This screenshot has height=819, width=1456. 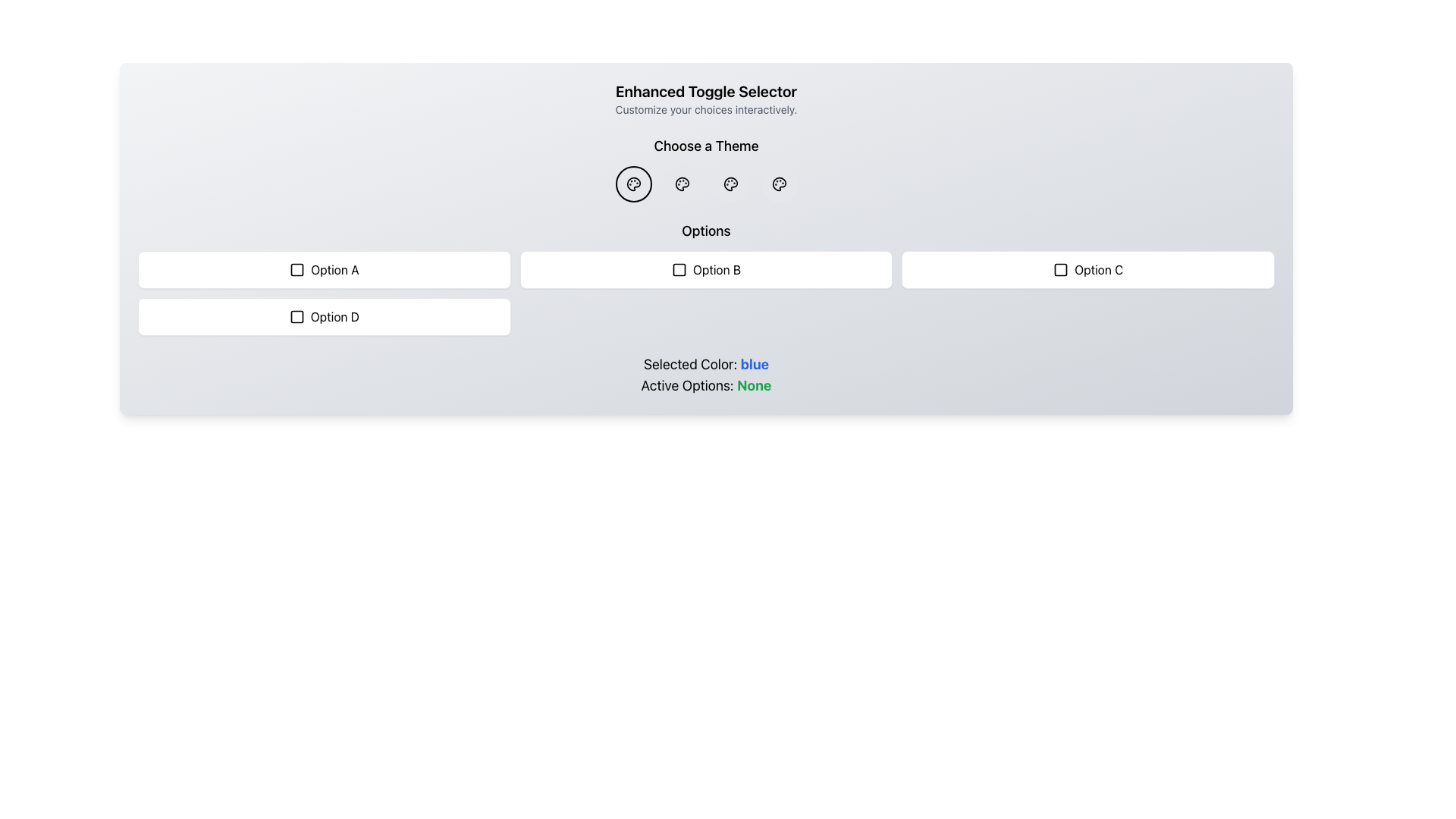 What do you see at coordinates (323, 315) in the screenshot?
I see `the checkbox labeled 'Option D' using keyboard navigation` at bounding box center [323, 315].